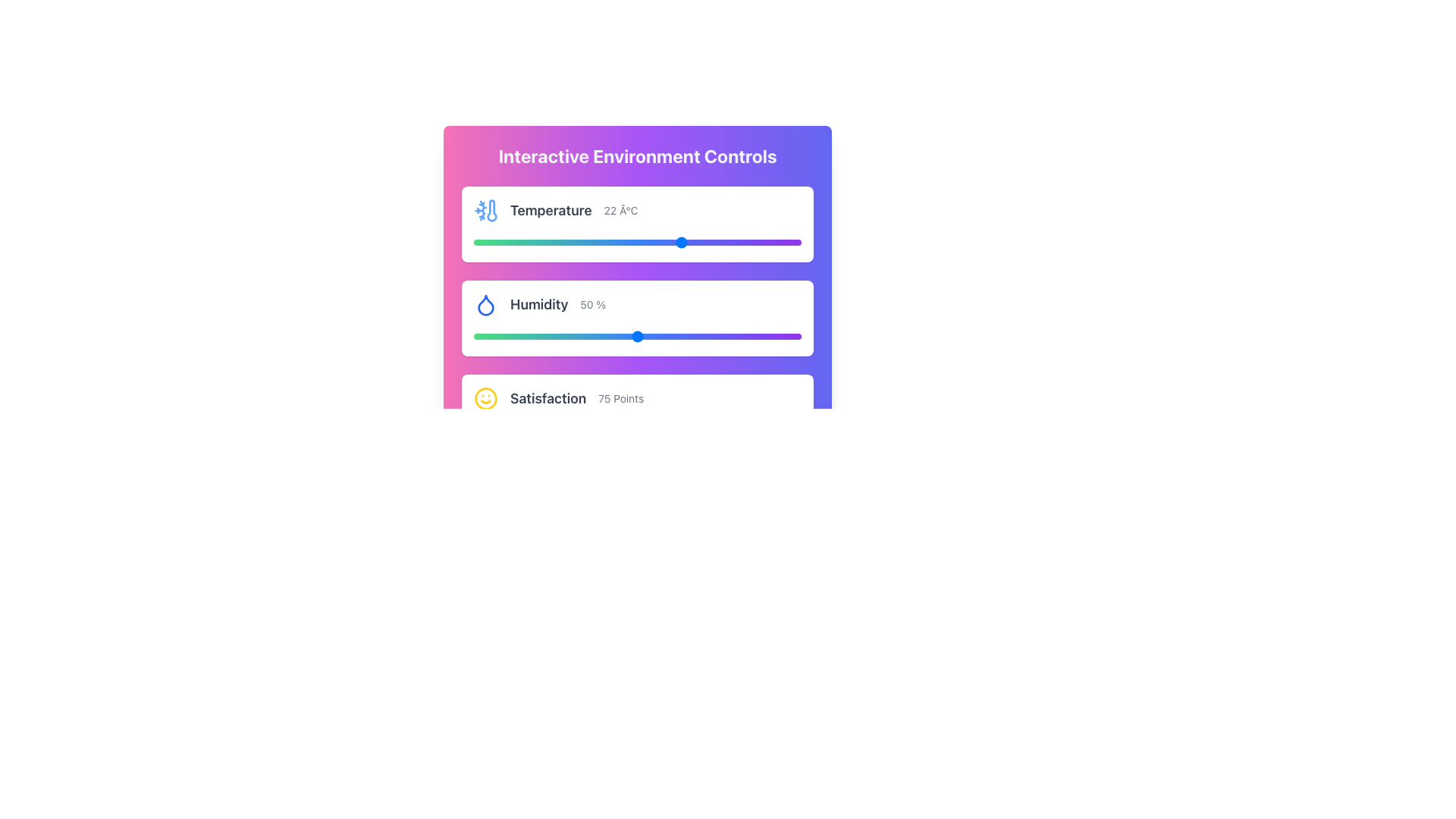 The height and width of the screenshot is (819, 1456). I want to click on humidity, so click(564, 335).